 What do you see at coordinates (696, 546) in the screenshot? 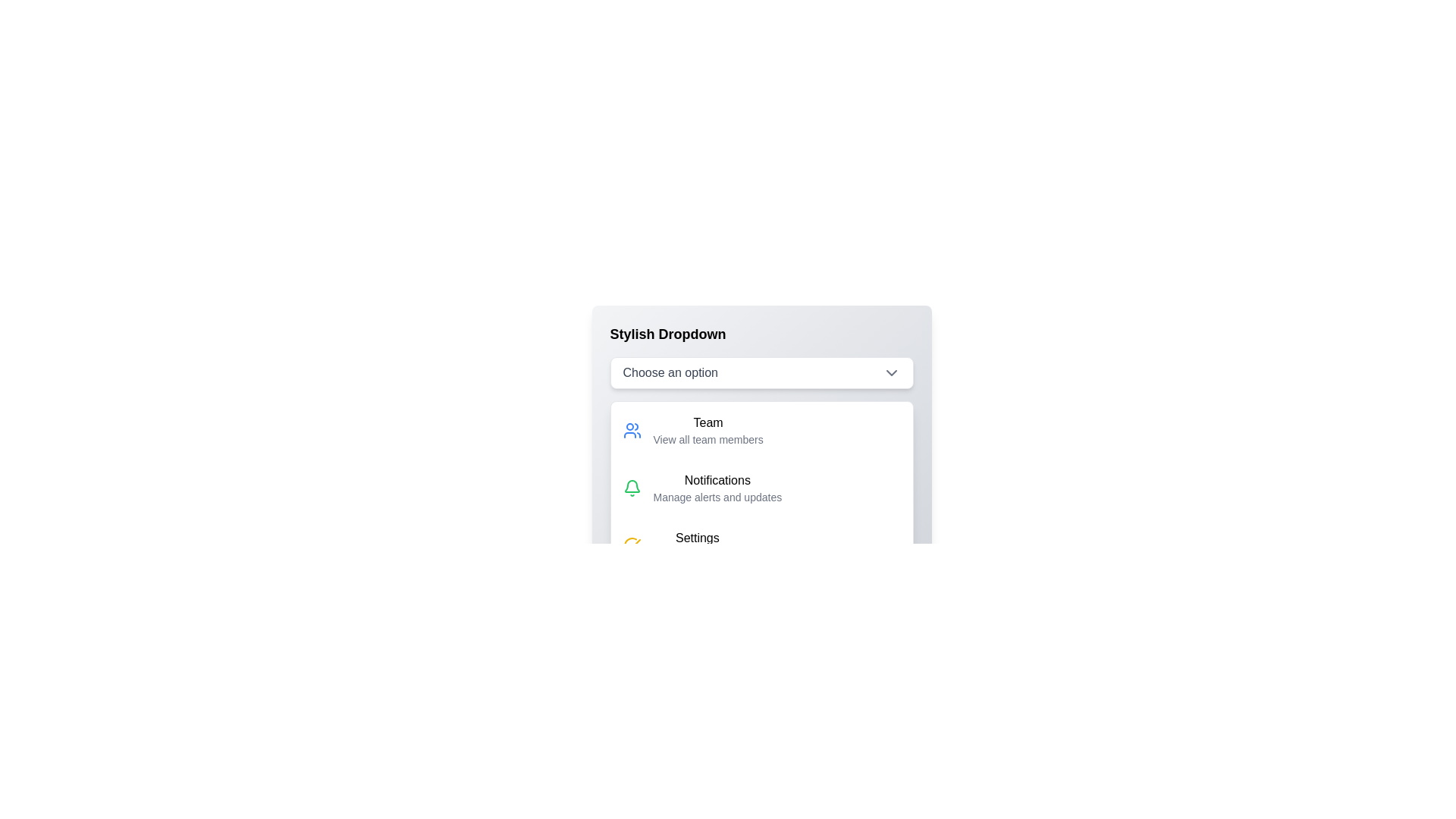
I see `to select the 'Settings' menu item, which displays 'Settings' in bold and 'Adjust preferences' in a smaller, light gray font as the third item in the dropdown menu` at bounding box center [696, 546].